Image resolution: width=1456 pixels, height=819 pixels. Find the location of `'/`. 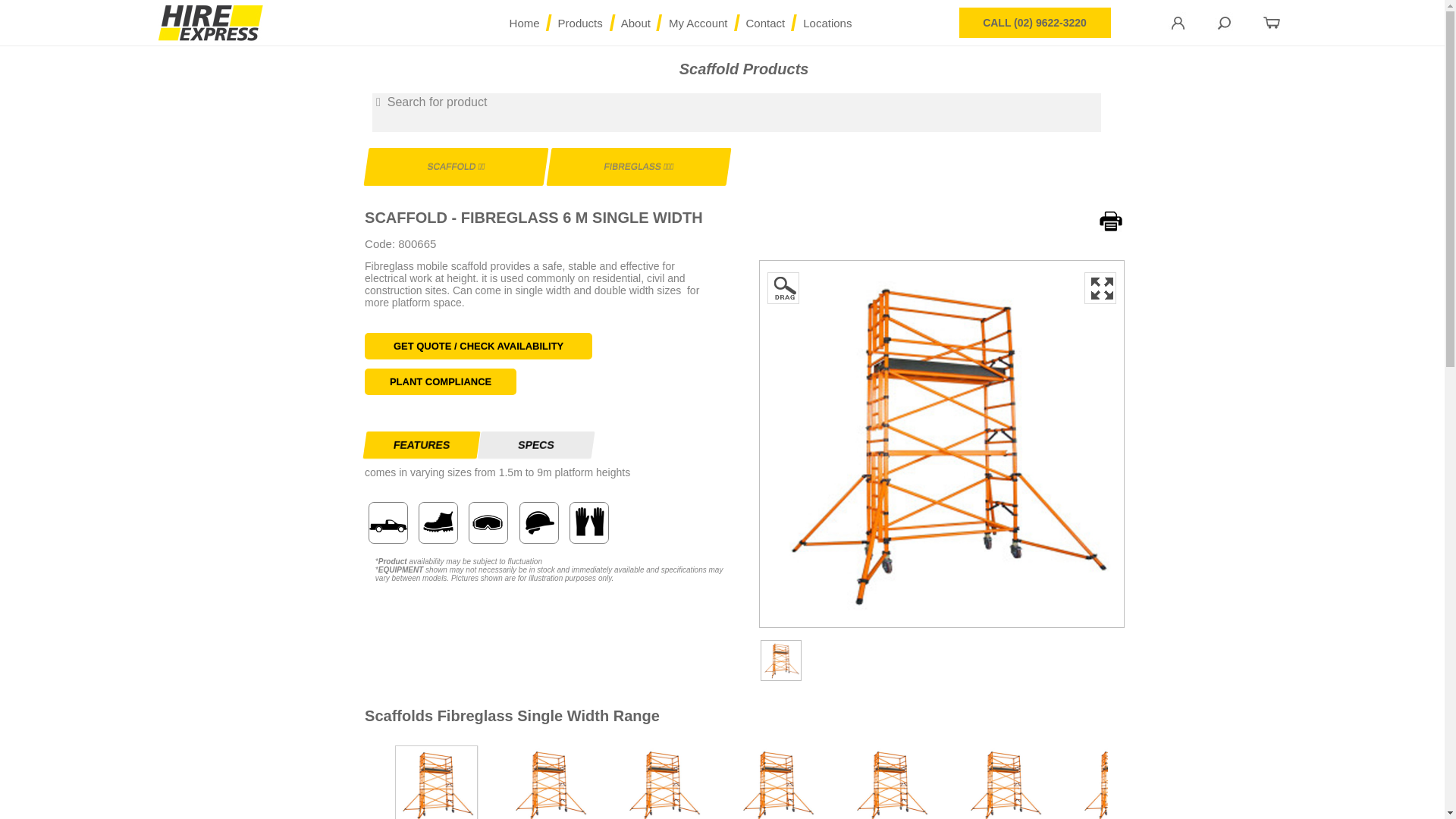

'/ is located at coordinates (698, 23).